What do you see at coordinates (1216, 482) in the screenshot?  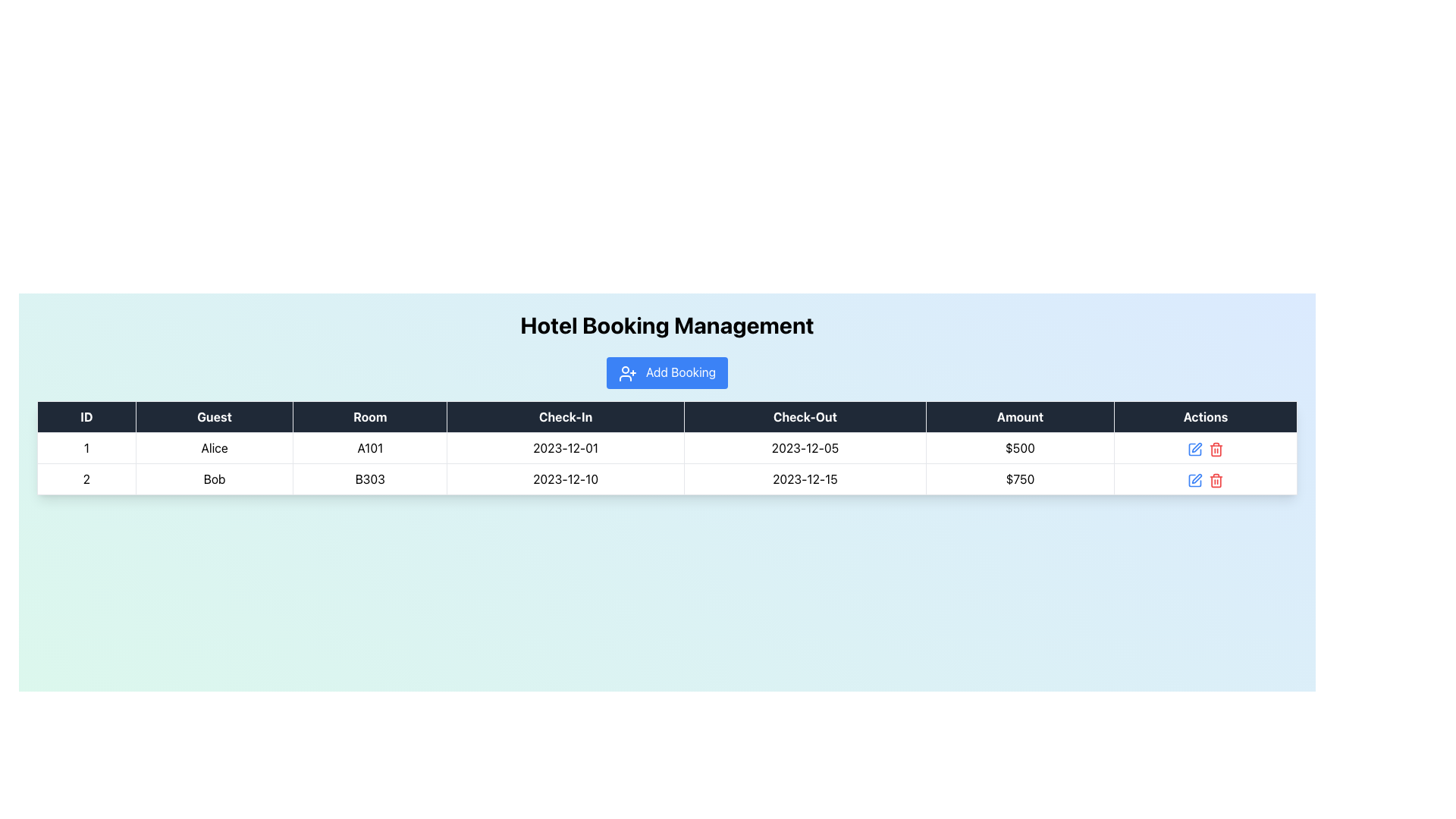 I see `the body of the trash can in the SVG delete icon to initiate the delete action` at bounding box center [1216, 482].